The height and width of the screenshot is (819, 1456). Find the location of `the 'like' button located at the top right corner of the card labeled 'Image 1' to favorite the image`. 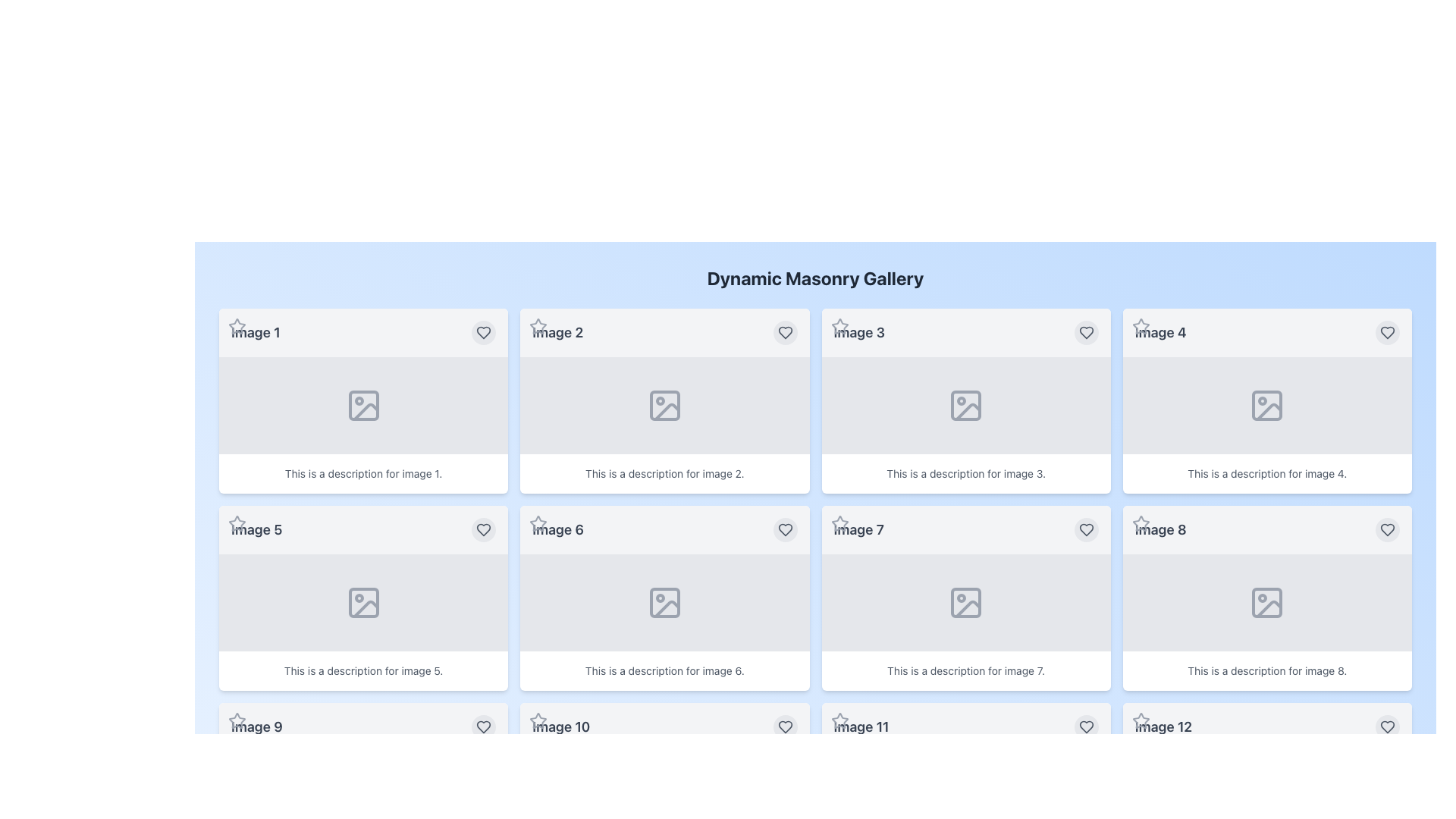

the 'like' button located at the top right corner of the card labeled 'Image 1' to favorite the image is located at coordinates (483, 332).